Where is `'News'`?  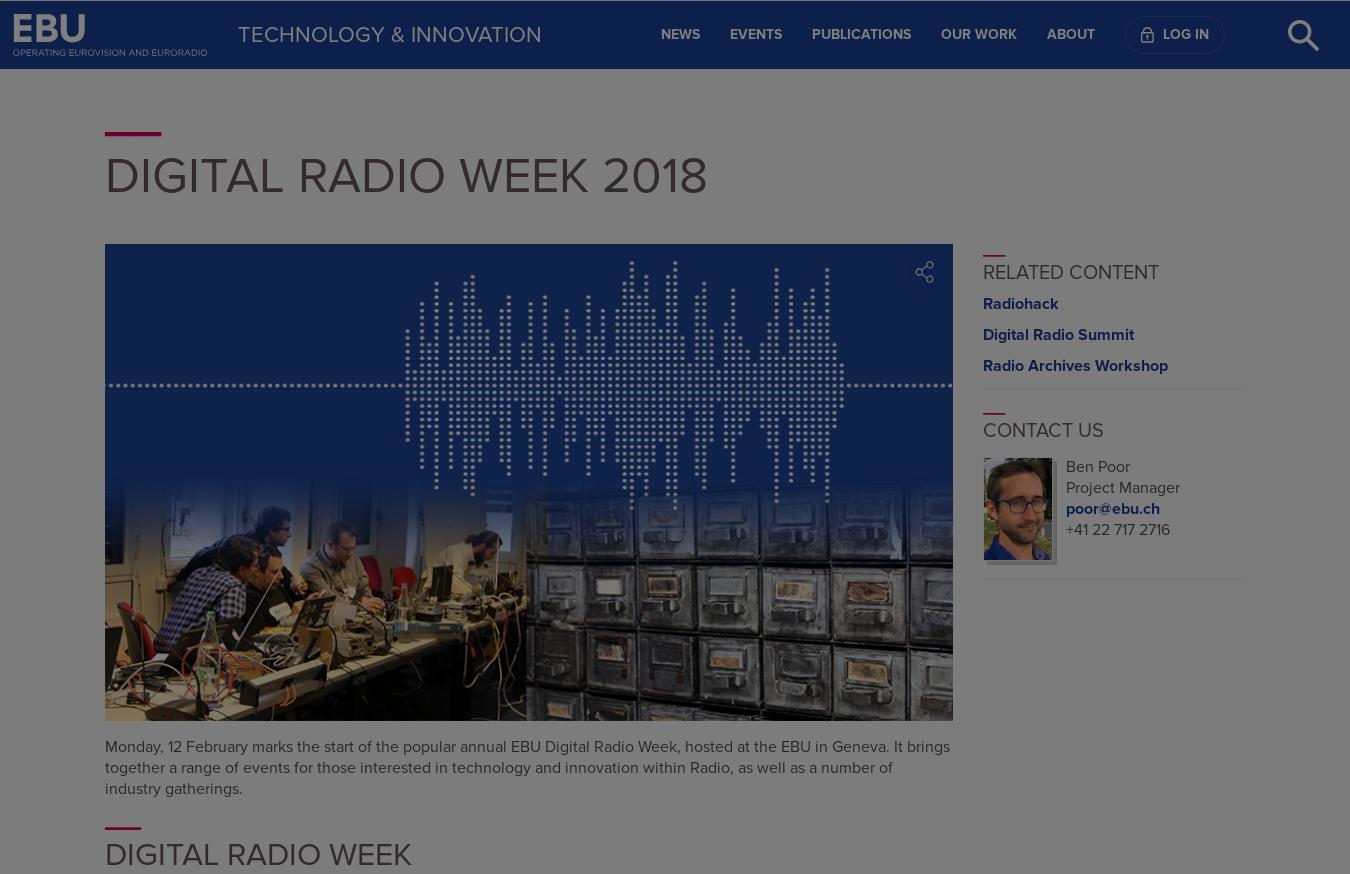 'News' is located at coordinates (679, 32).